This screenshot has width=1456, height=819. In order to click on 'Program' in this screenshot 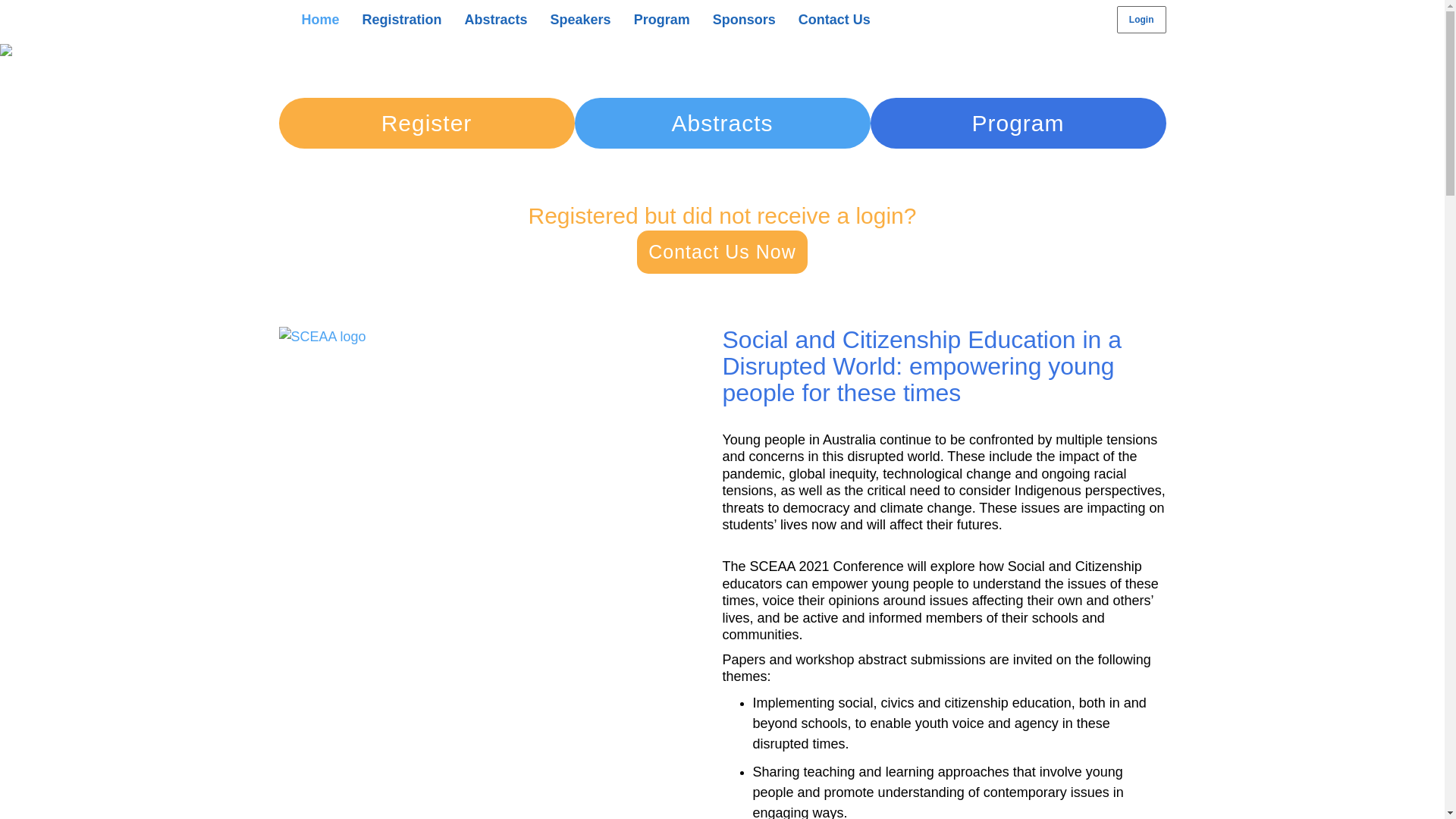, I will do `click(1018, 122)`.